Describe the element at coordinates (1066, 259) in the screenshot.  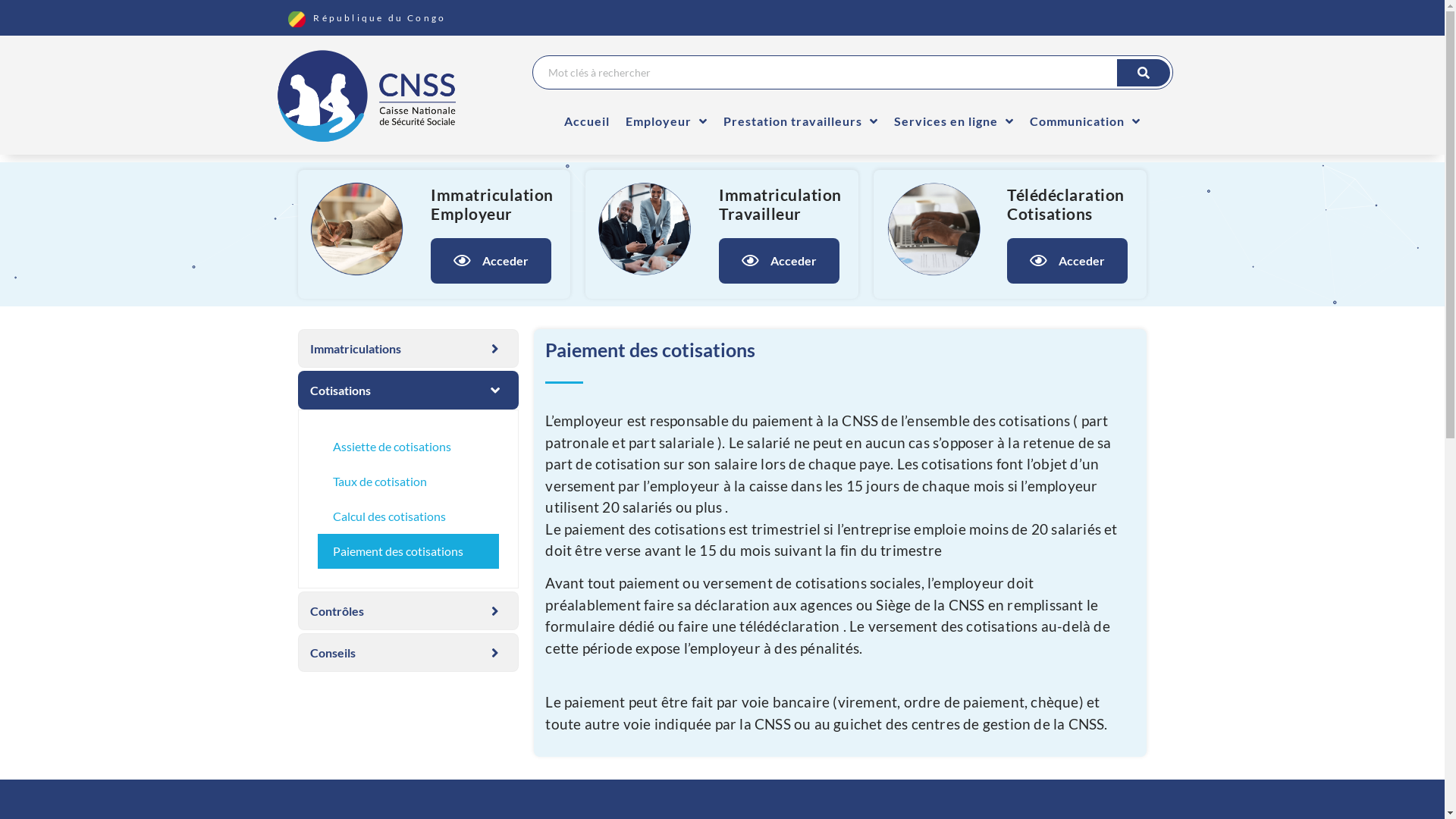
I see `'Acceder'` at that location.